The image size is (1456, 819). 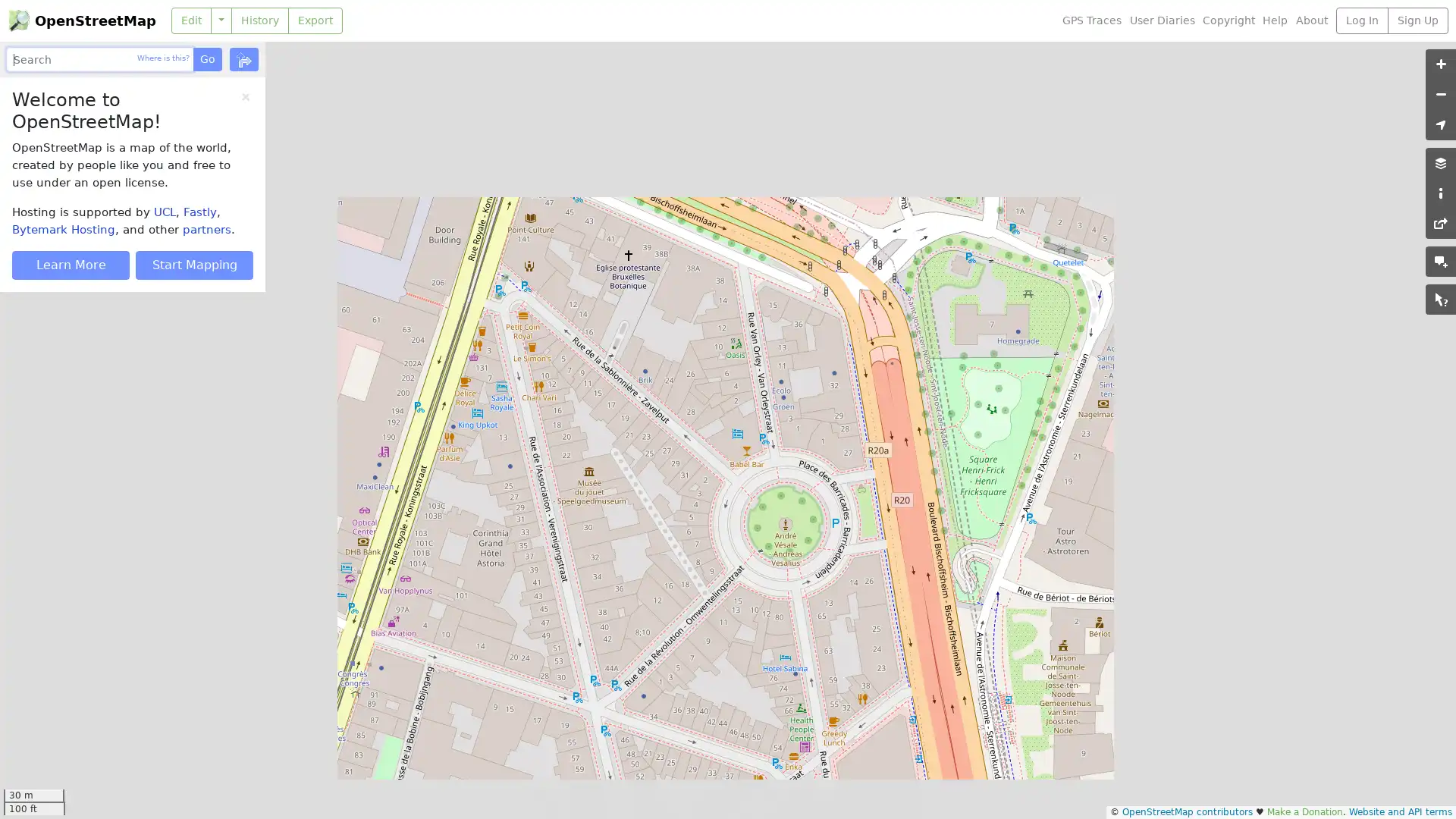 What do you see at coordinates (206, 58) in the screenshot?
I see `Go` at bounding box center [206, 58].